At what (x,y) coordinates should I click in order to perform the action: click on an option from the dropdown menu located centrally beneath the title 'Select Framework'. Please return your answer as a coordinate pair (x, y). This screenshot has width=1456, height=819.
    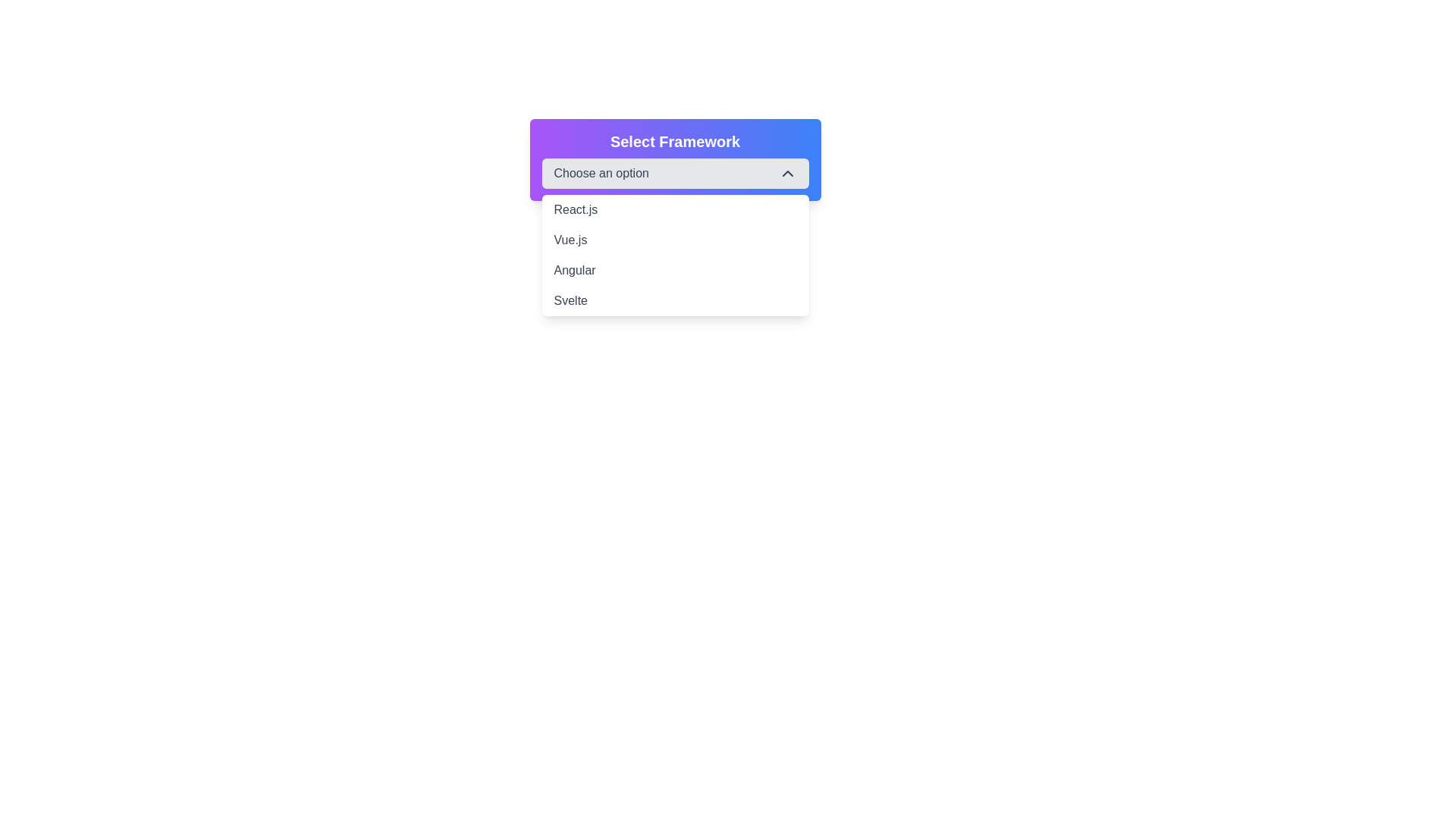
    Looking at the image, I should click on (674, 160).